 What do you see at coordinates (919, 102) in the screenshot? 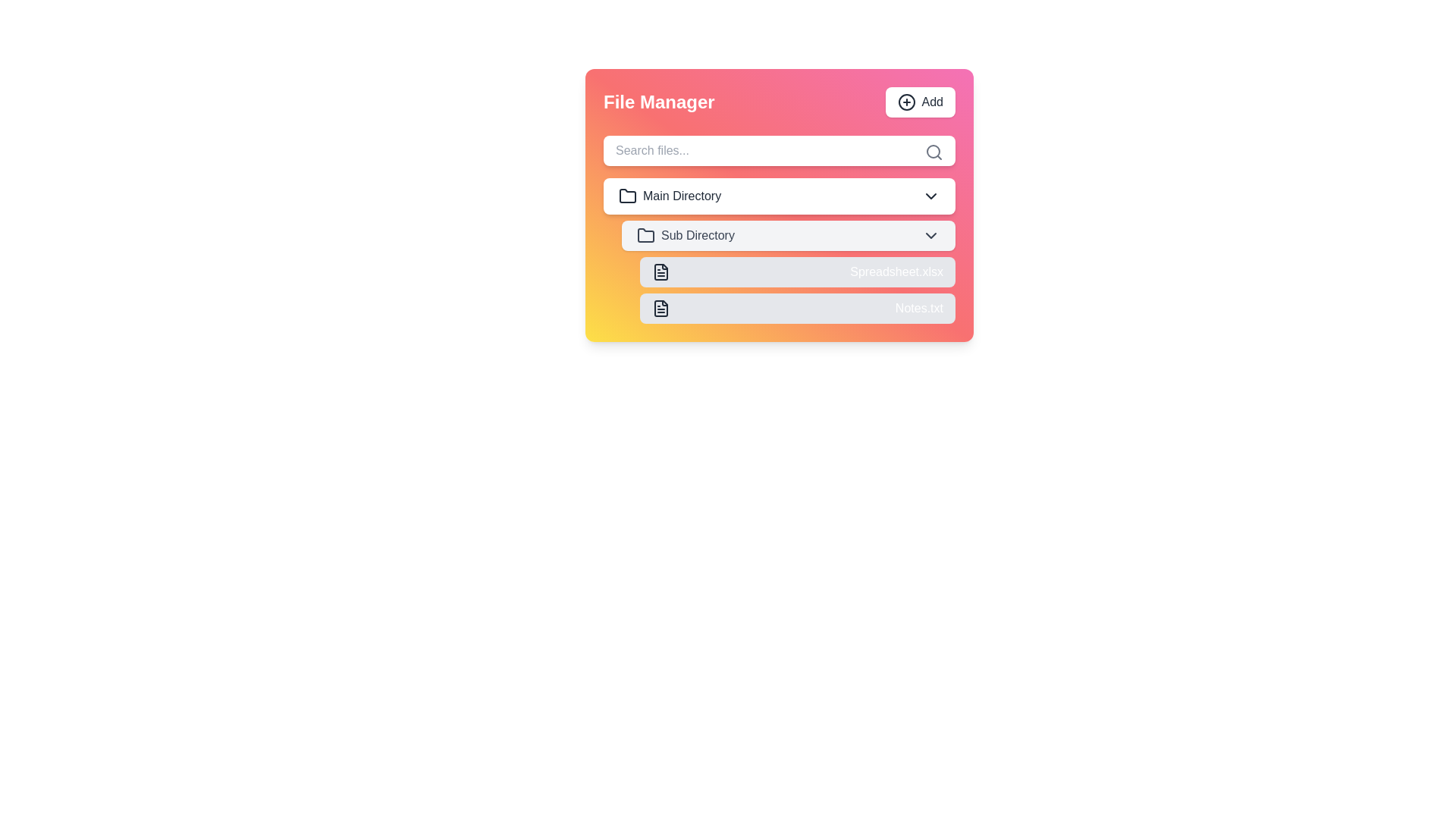
I see `the button in the top-right corner of the 'File Manager' section that triggers an action for adding new items` at bounding box center [919, 102].